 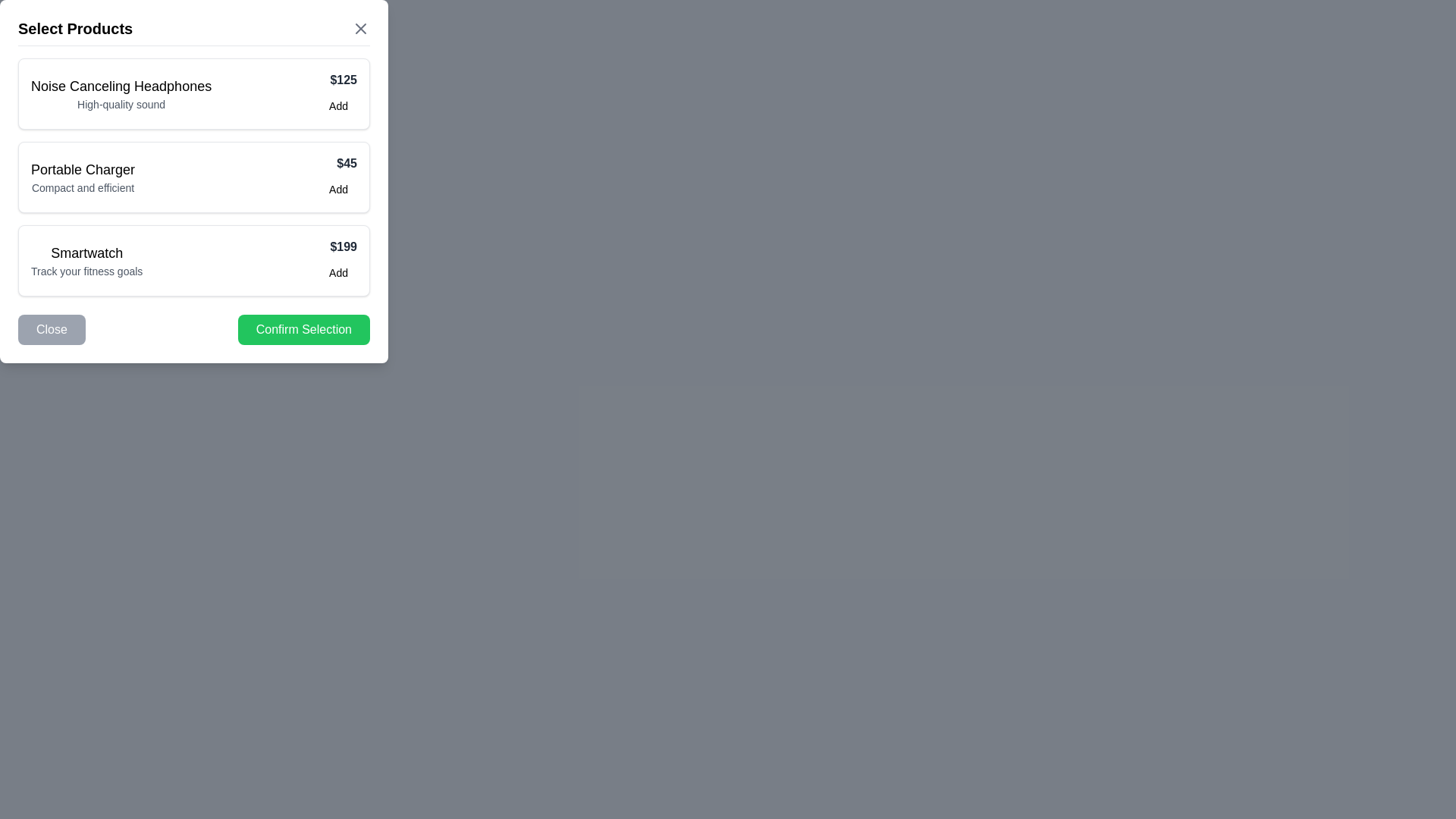 I want to click on title and description information from the text block located in the uppermost row of the product card, which is aligned to the left side adjacent to the price information and the 'Add' button, so click(x=121, y=93).